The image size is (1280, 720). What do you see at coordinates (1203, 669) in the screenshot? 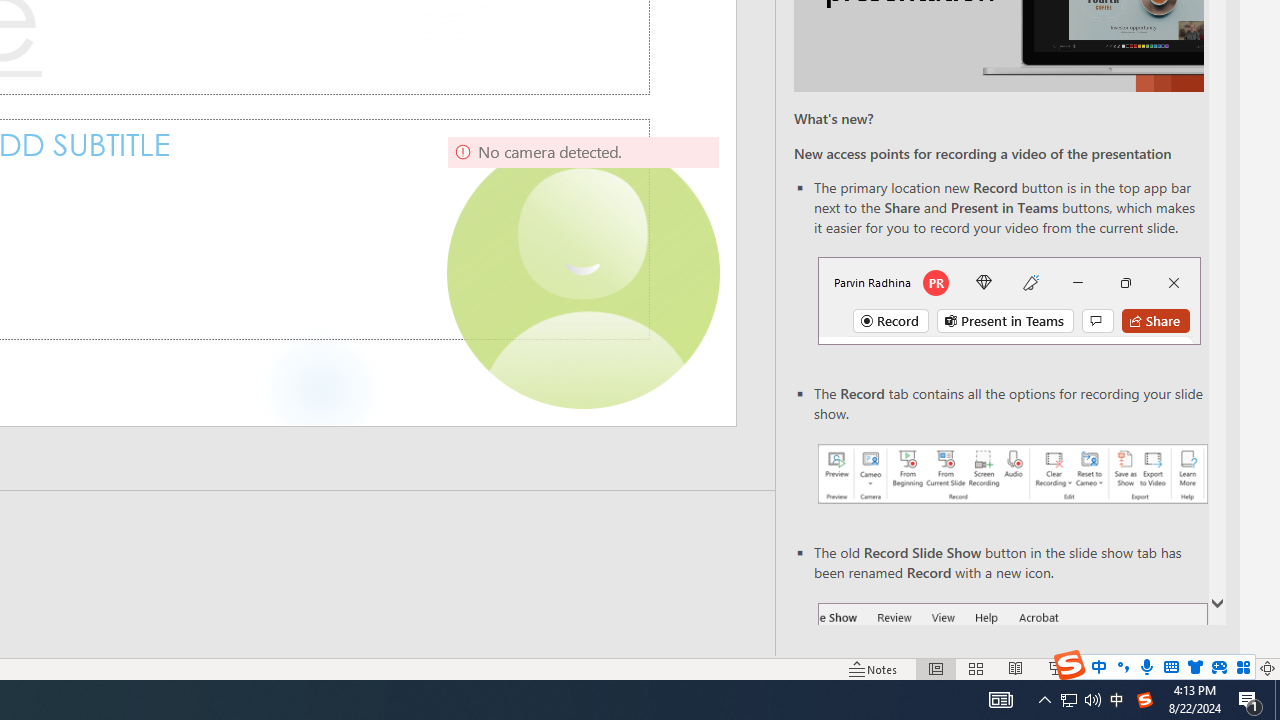
I see `'Zoom In'` at bounding box center [1203, 669].